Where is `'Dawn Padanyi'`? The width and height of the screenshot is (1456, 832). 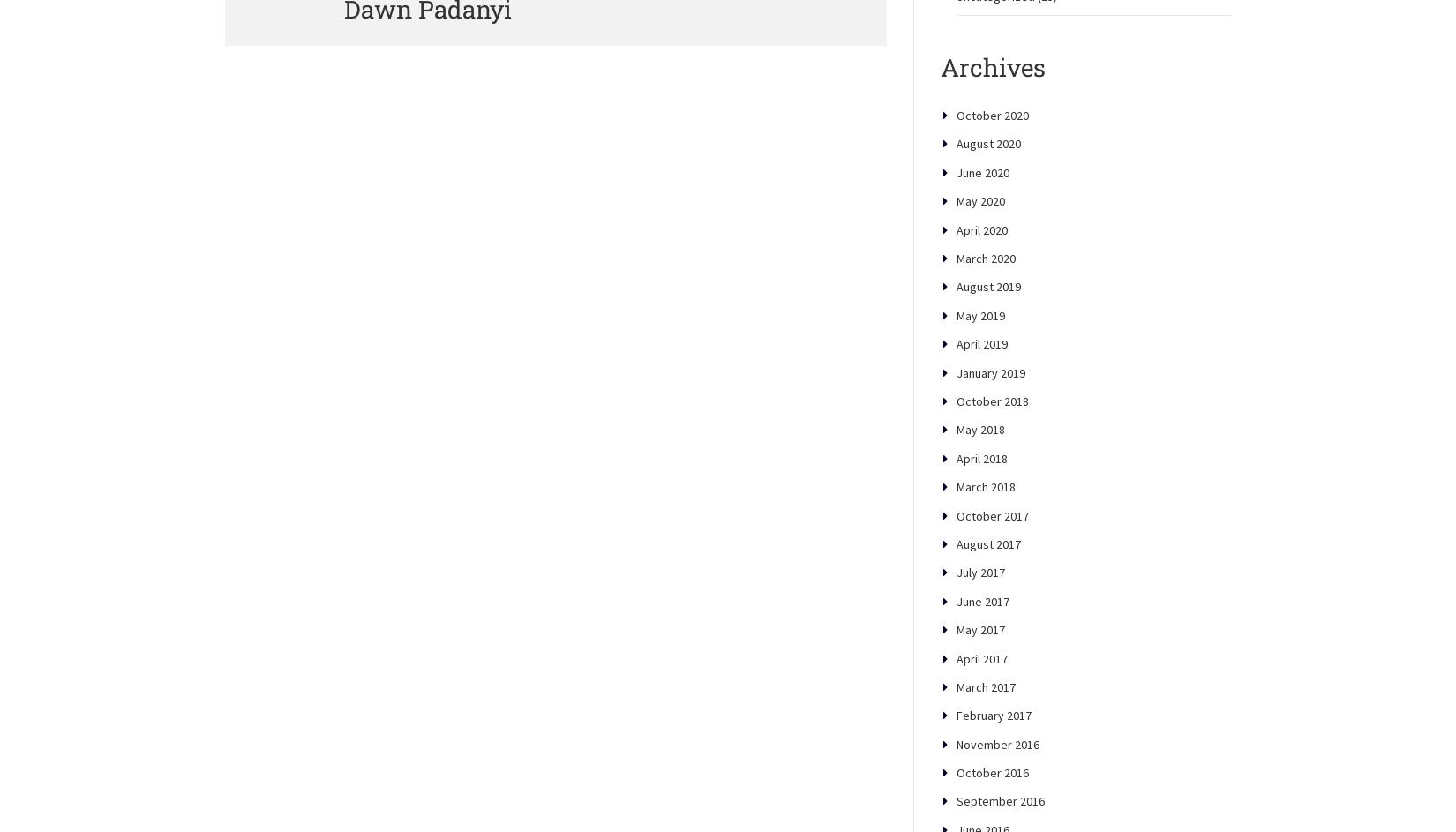 'Dawn Padanyi' is located at coordinates (426, 69).